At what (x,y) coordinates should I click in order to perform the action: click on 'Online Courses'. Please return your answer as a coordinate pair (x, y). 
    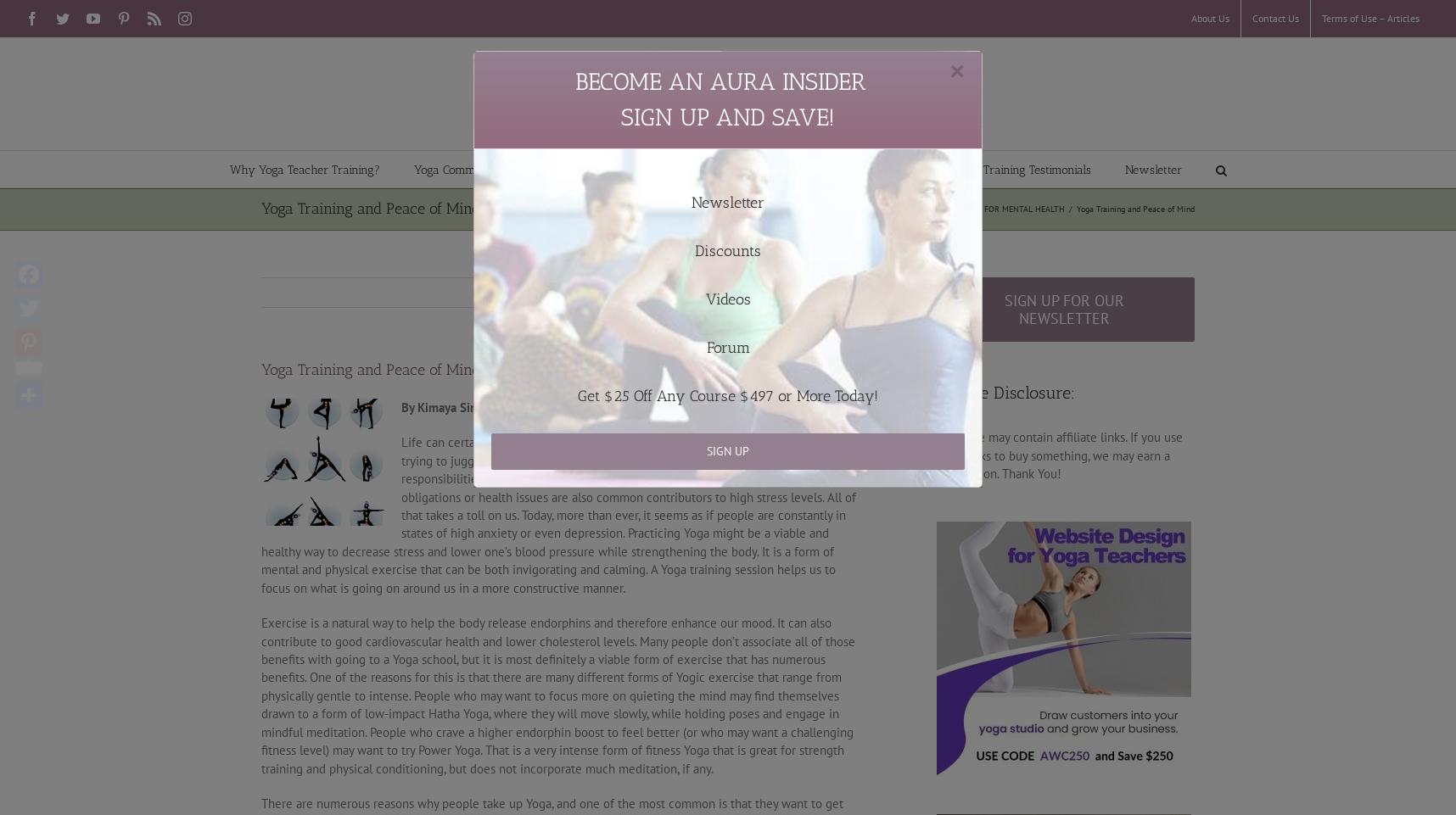
    Looking at the image, I should click on (586, 202).